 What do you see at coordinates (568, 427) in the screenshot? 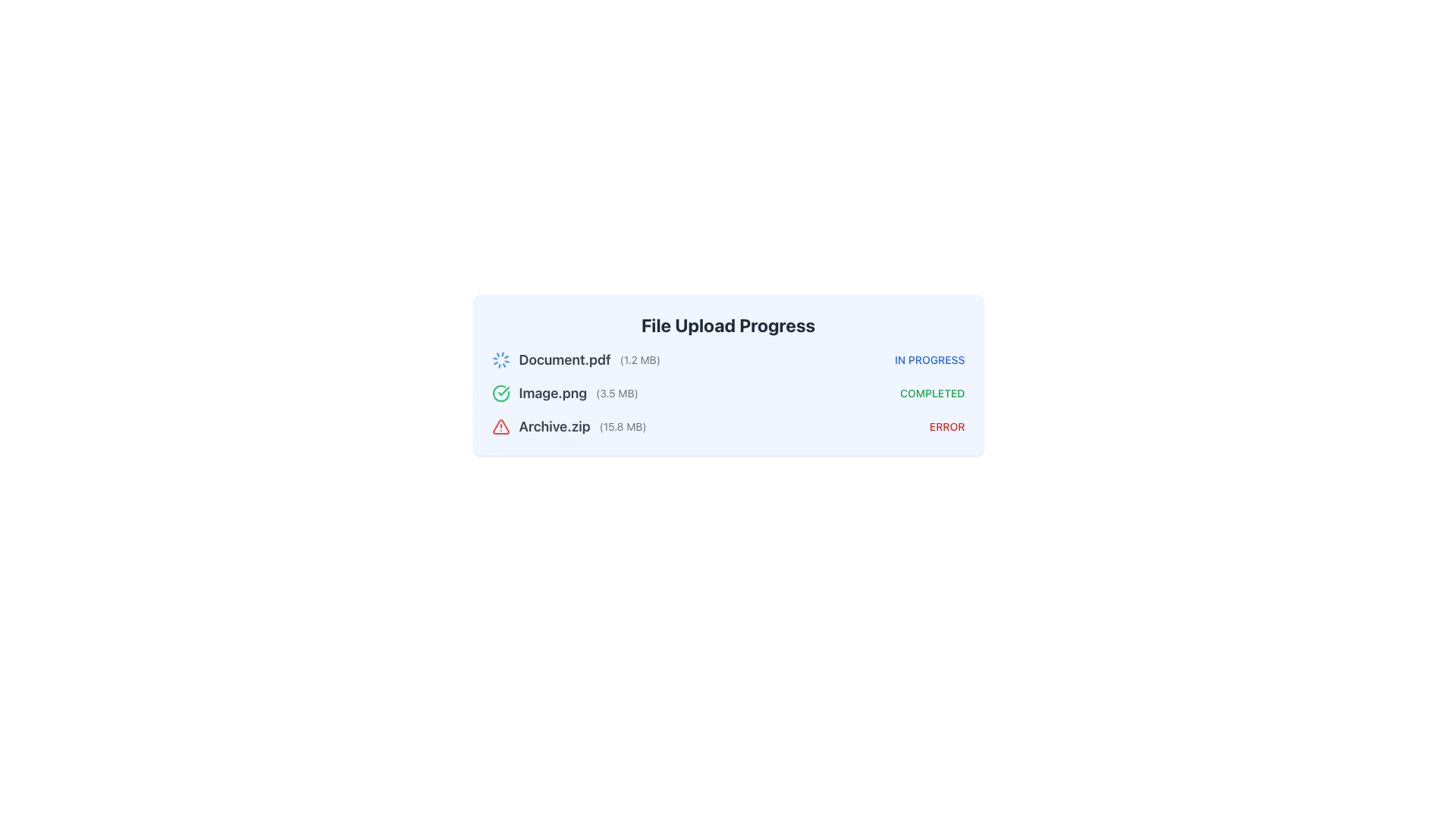
I see `the text 'Archive.zip' in the File Upload Status List` at bounding box center [568, 427].